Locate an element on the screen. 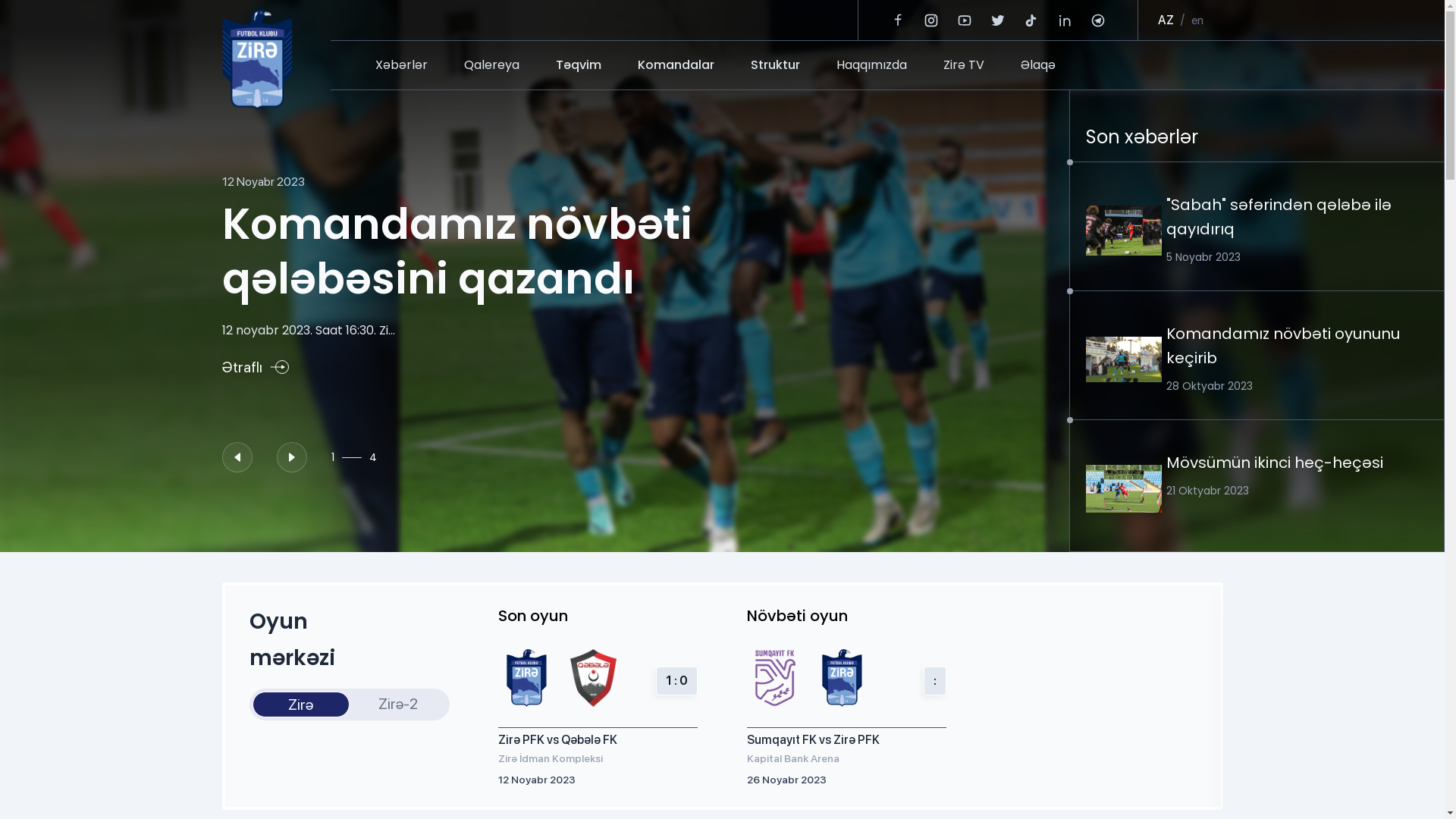 The image size is (1456, 819). 'Qalereya' is located at coordinates (491, 64).